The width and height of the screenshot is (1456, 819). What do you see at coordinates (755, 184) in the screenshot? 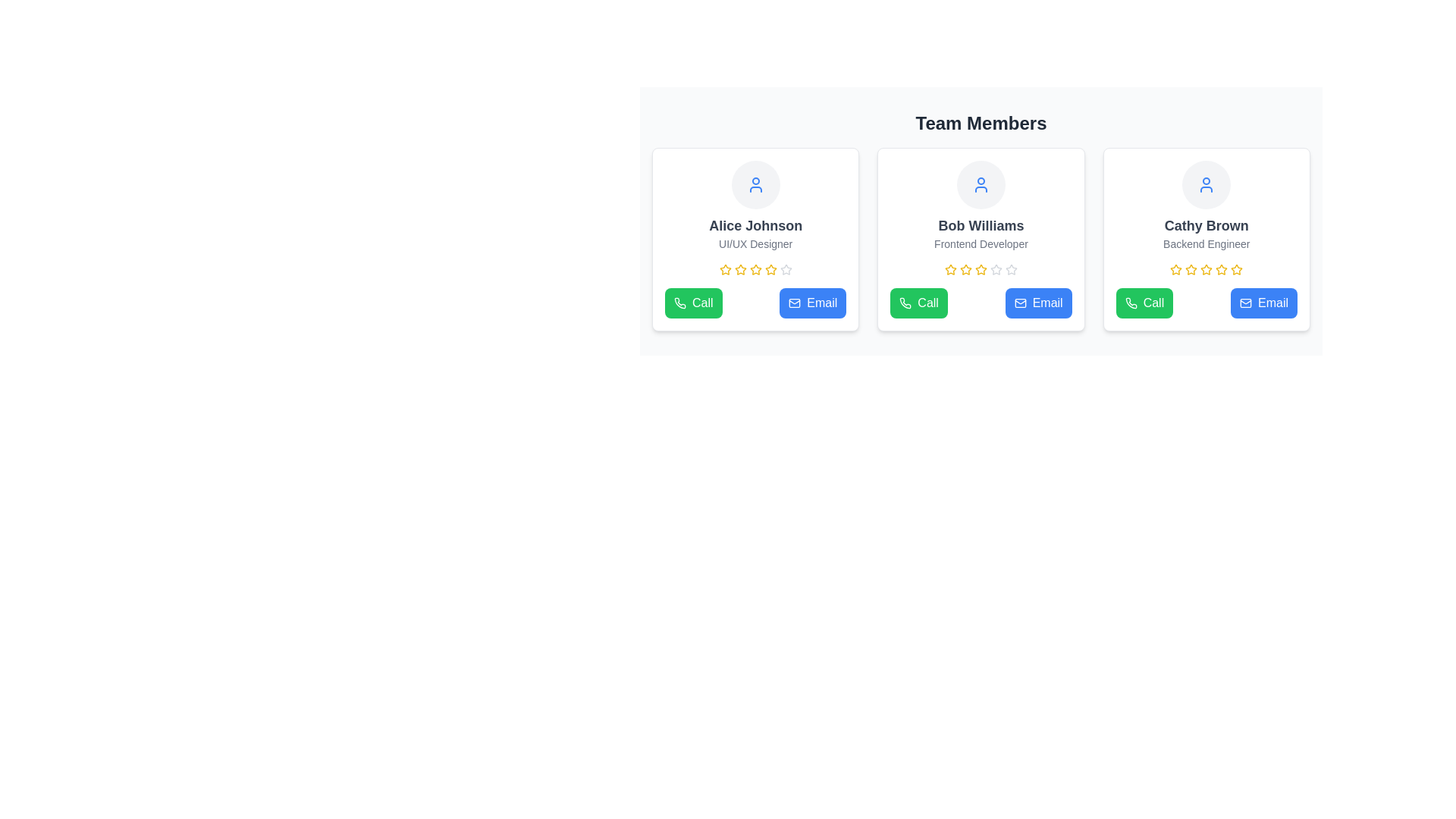
I see `the Profile Avatar of 'Alice Johnson'` at bounding box center [755, 184].